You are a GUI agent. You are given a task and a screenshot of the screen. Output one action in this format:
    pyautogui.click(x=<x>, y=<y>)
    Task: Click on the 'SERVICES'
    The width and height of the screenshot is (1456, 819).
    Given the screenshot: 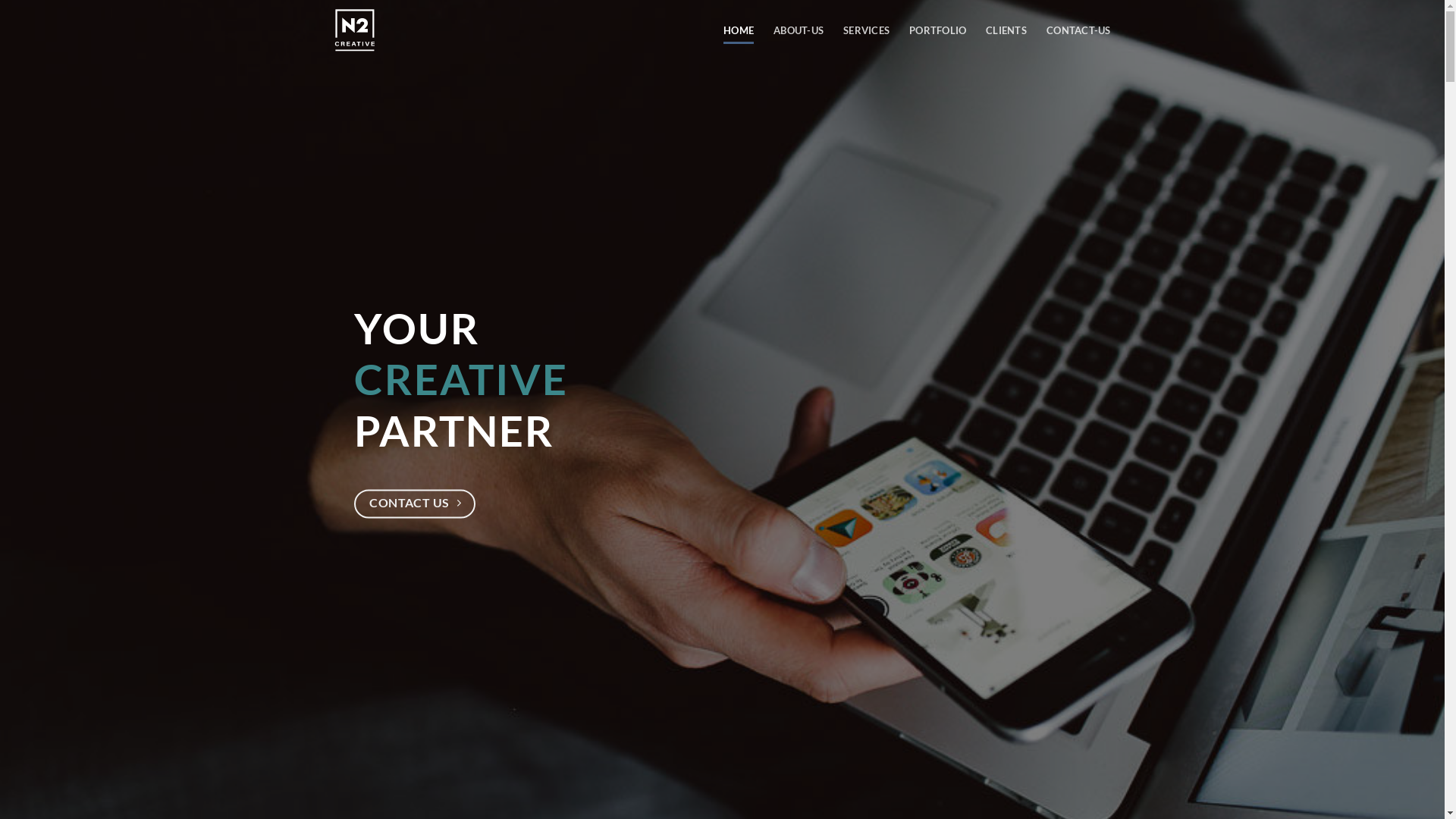 What is the action you would take?
    pyautogui.click(x=843, y=30)
    